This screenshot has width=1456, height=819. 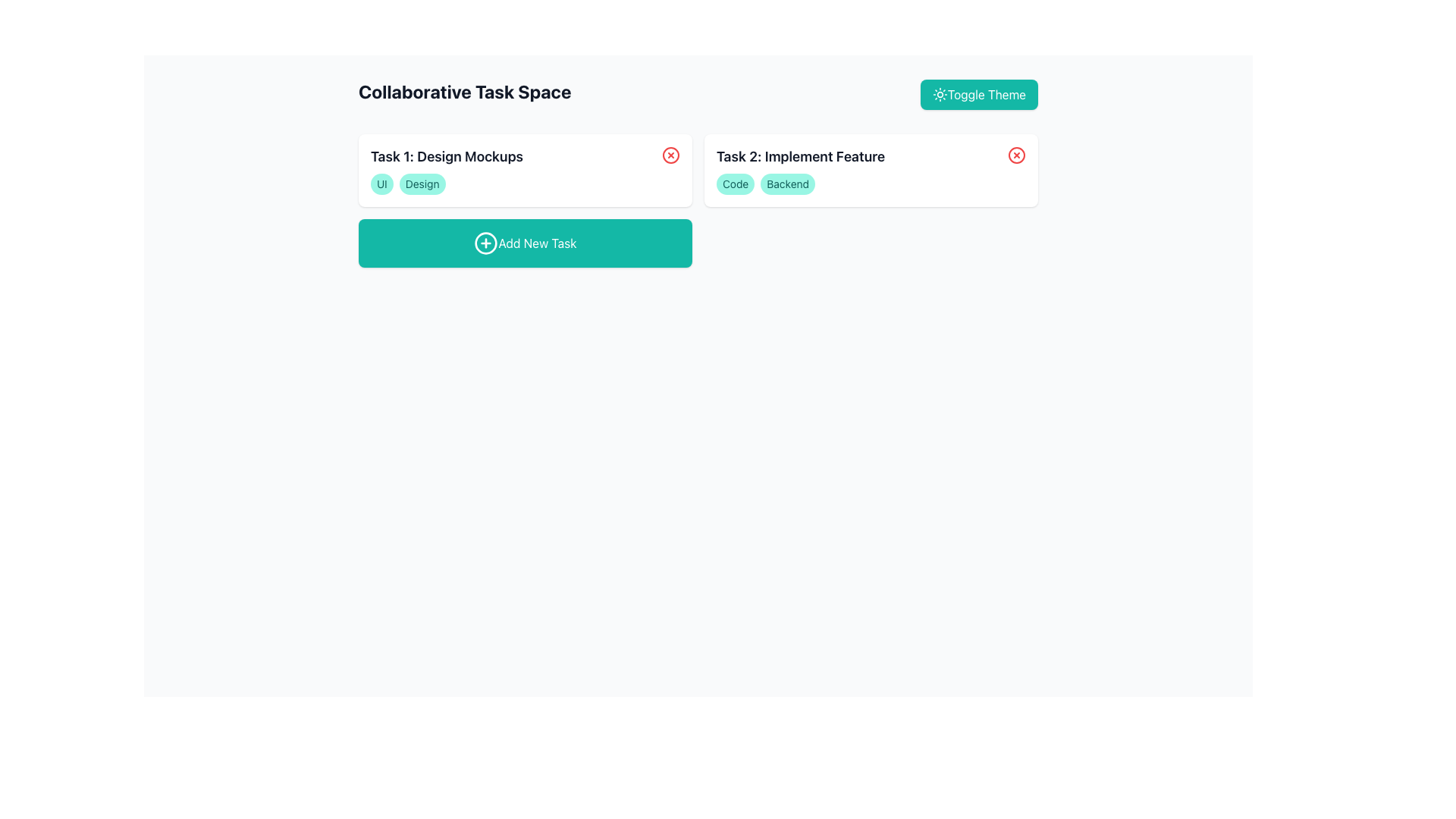 I want to click on the non-interactive label that categorizes the task in the card labeled 'Task 1: Design Mockups', which is the second item in a horizontal list of pill-shaped tags, positioned to the right of the 'UI' tag, so click(x=422, y=184).